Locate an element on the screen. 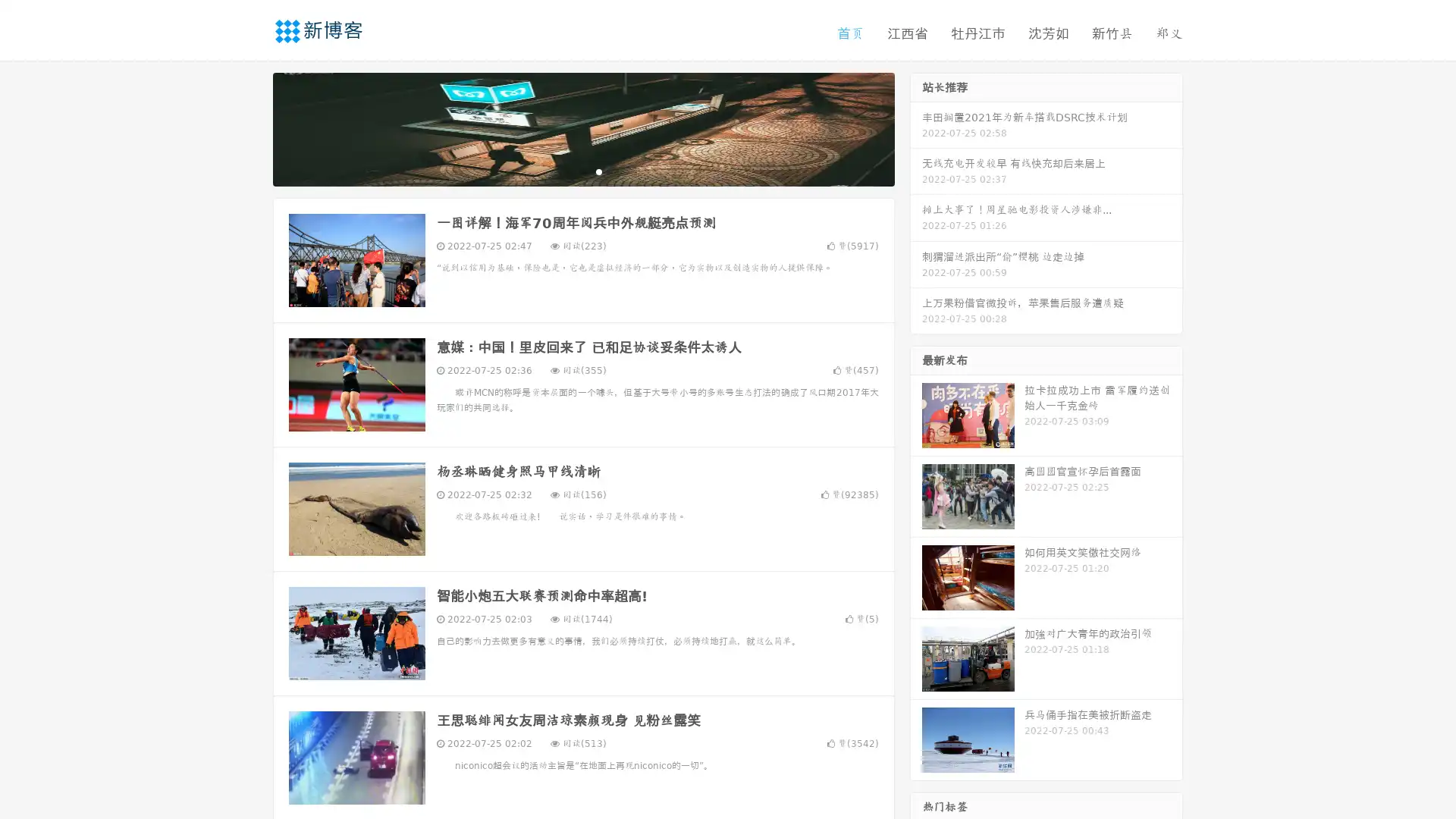 The image size is (1456, 819). Go to slide 3 is located at coordinates (598, 171).